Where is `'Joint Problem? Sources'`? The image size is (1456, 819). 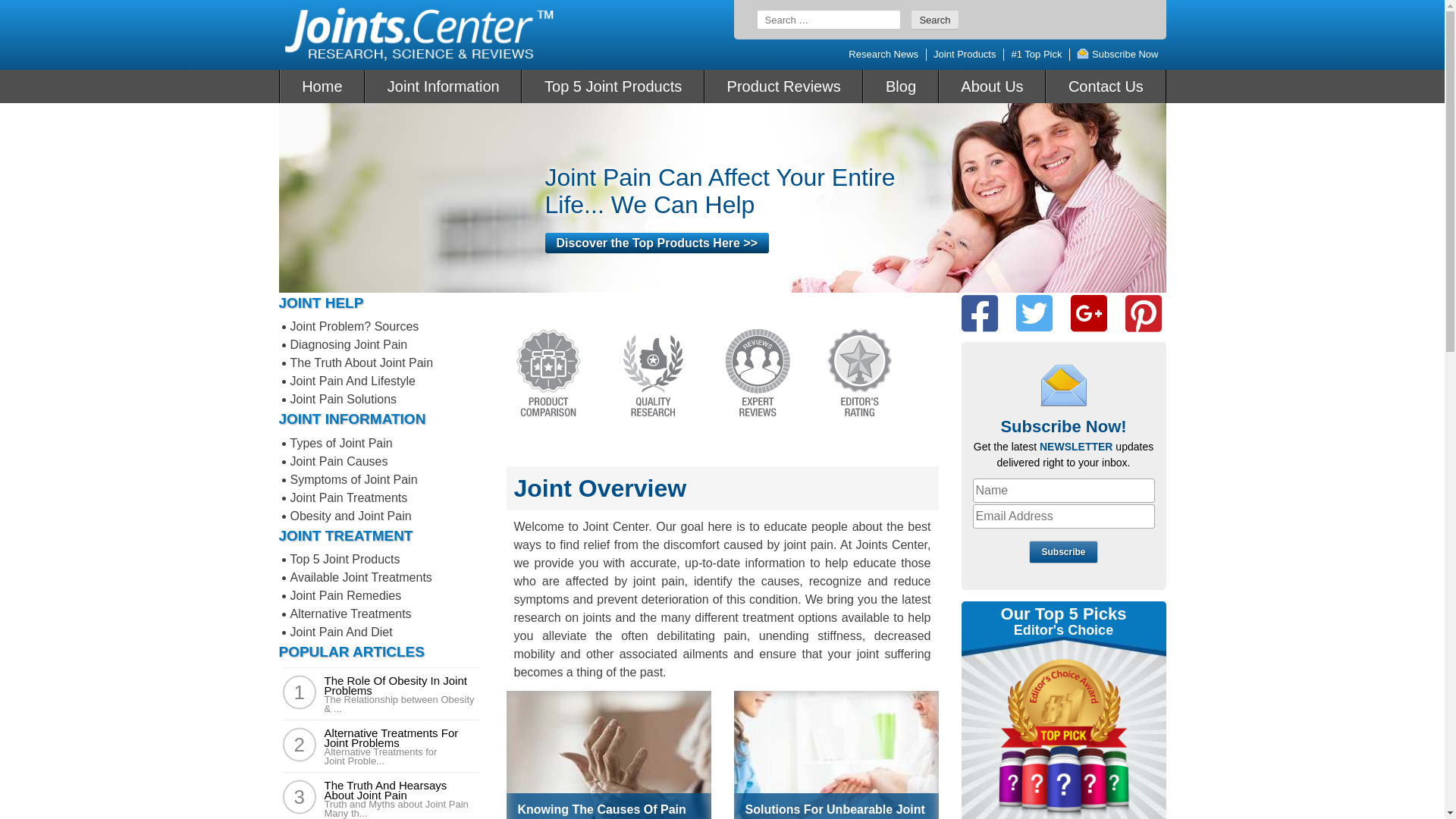 'Joint Problem? Sources' is located at coordinates (353, 325).